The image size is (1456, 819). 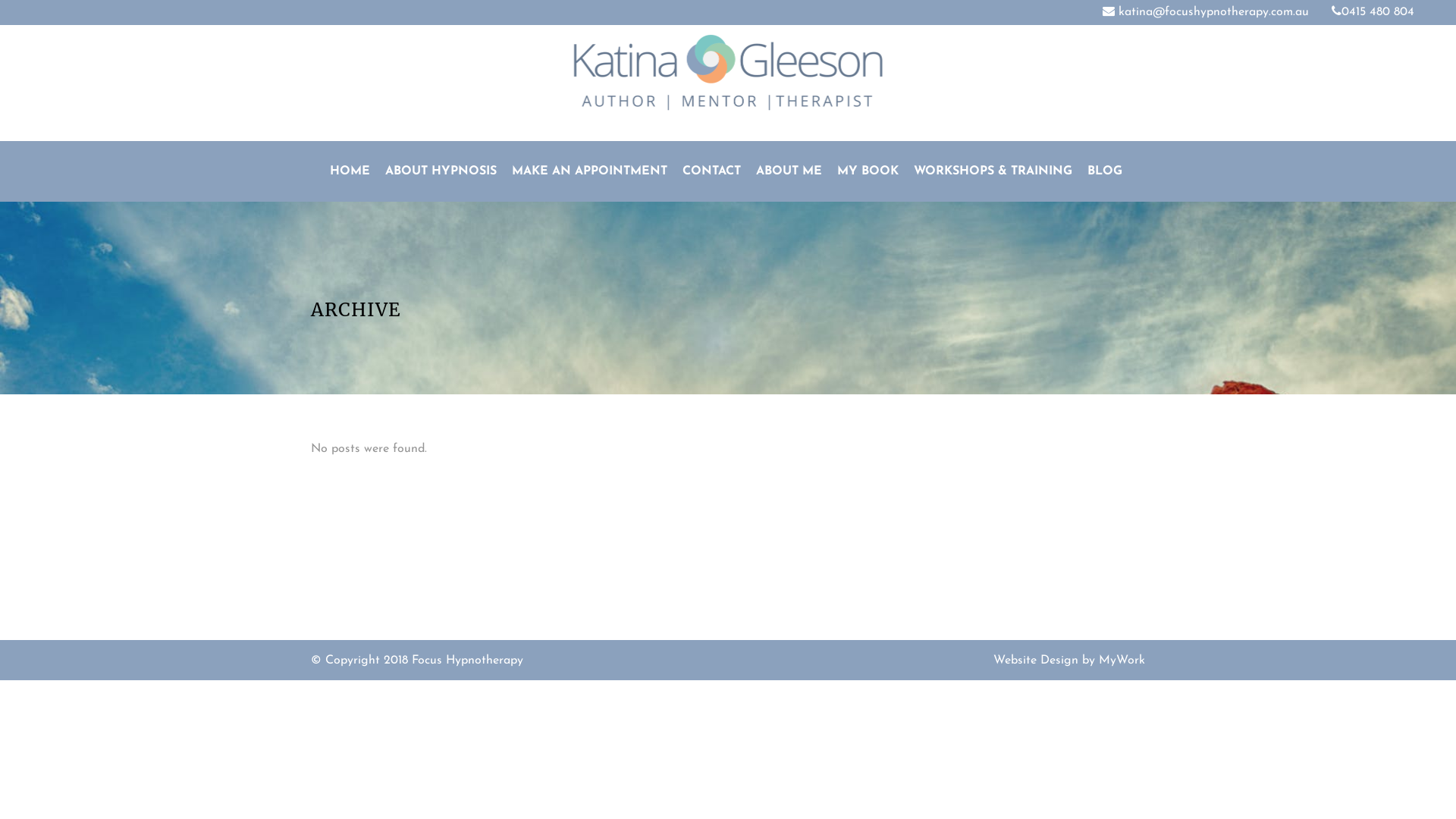 I want to click on 'MAKE AN APPOINTMENT', so click(x=588, y=171).